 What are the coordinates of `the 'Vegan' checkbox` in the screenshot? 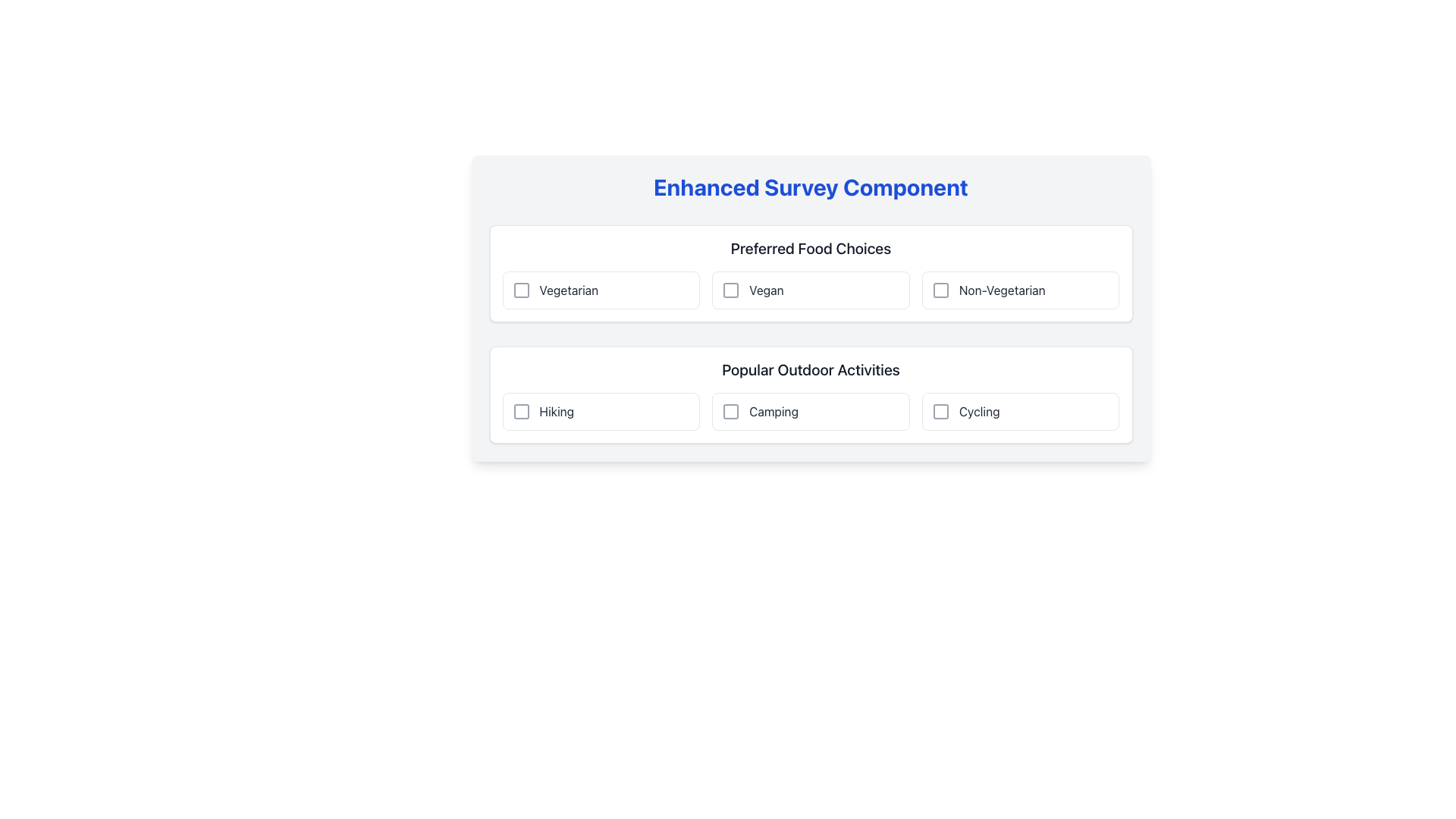 It's located at (810, 290).